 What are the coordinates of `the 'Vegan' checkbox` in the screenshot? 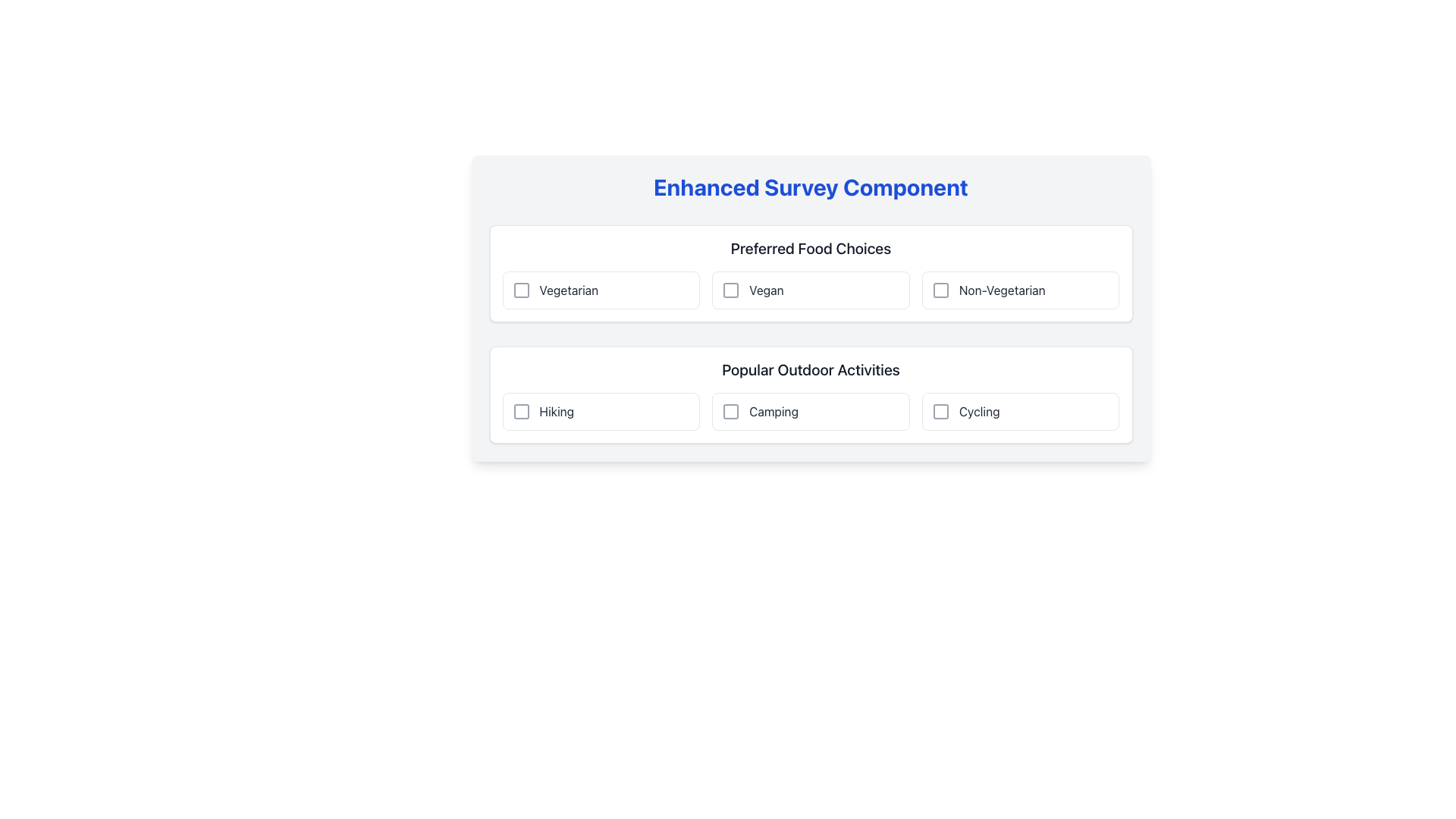 It's located at (810, 290).